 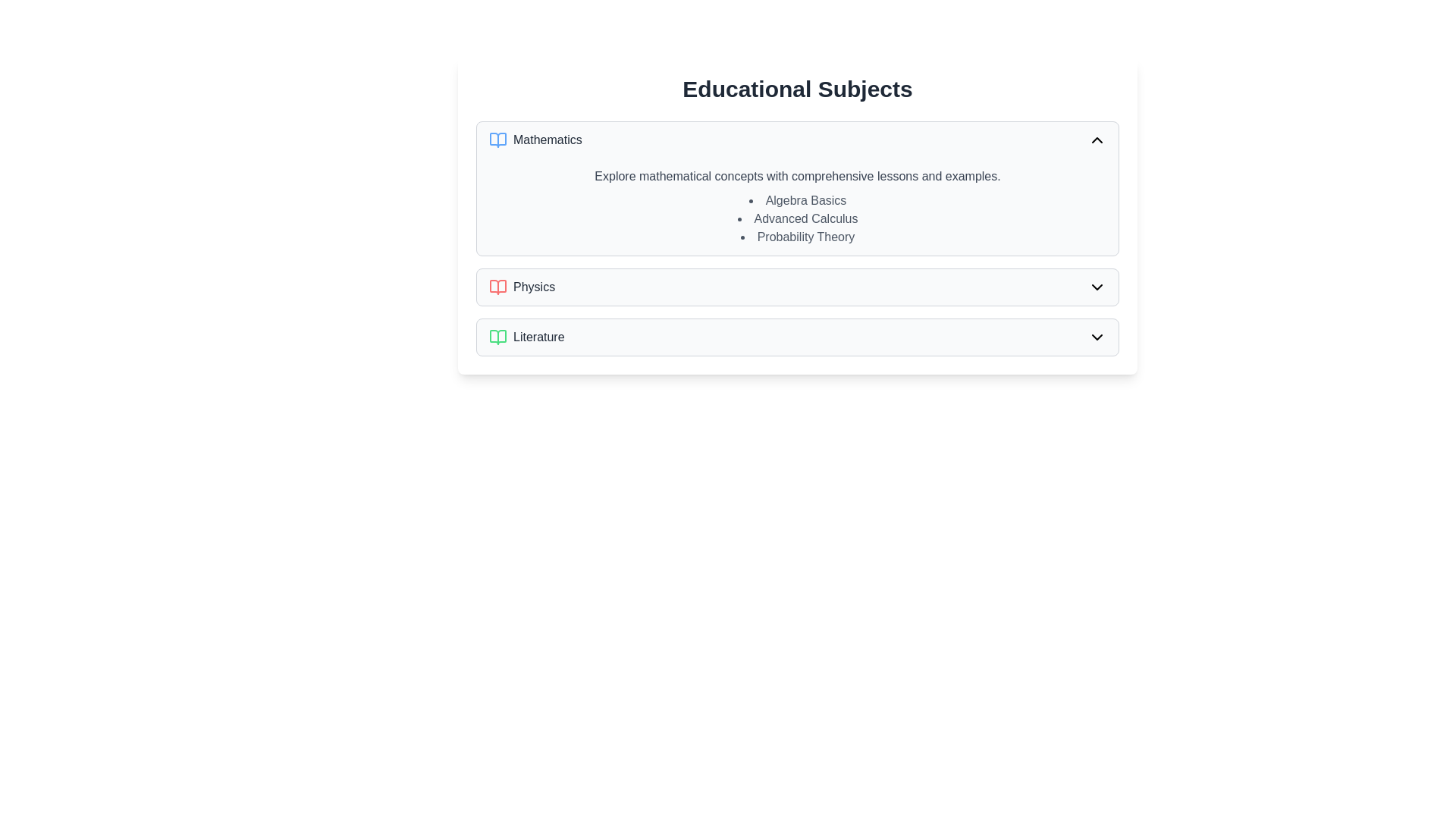 What do you see at coordinates (535, 140) in the screenshot?
I see `the 'Mathematics' label with an open book icon, located in the top-left corner of the category list` at bounding box center [535, 140].